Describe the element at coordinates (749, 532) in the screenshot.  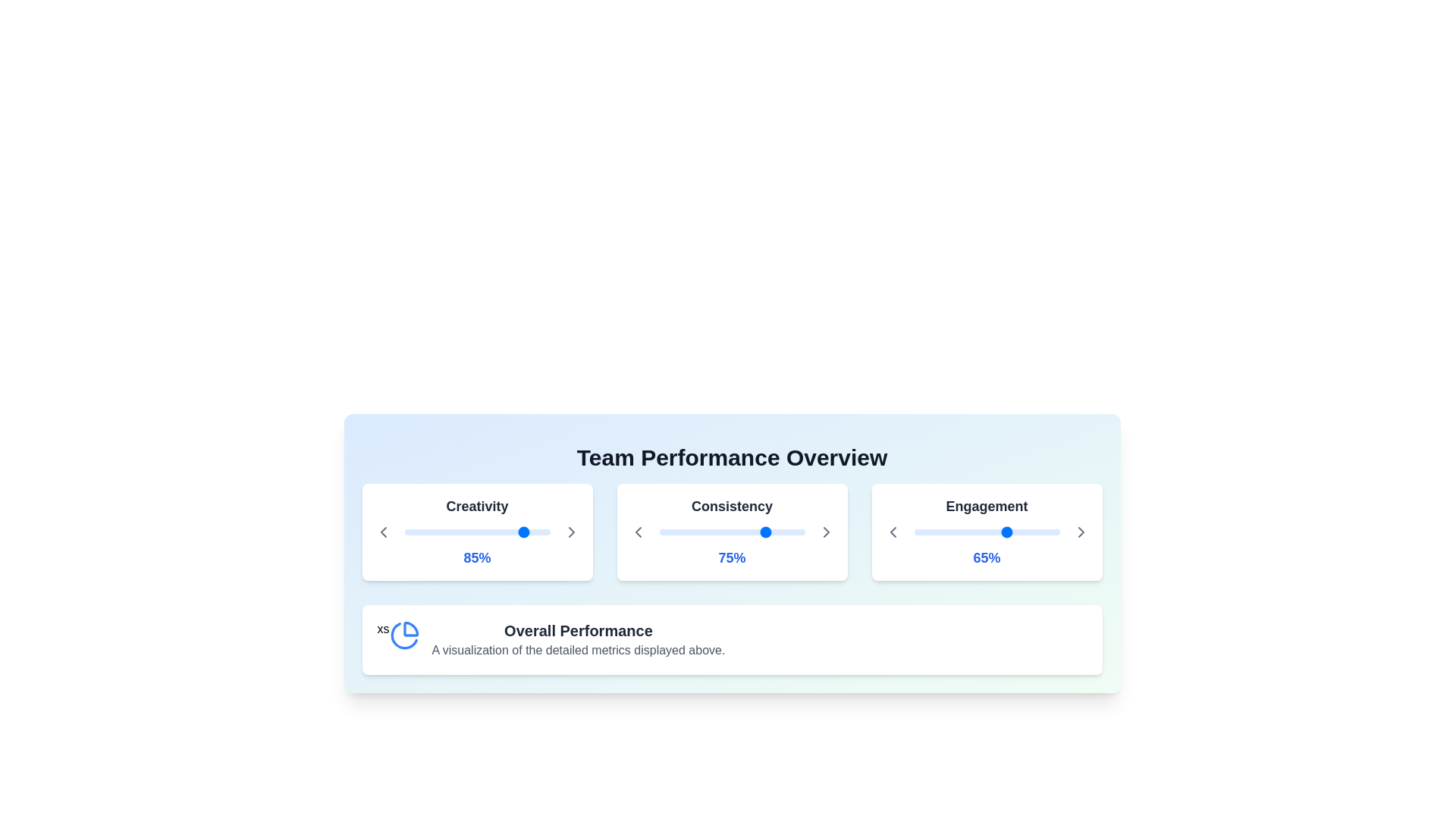
I see `the consistency score` at that location.